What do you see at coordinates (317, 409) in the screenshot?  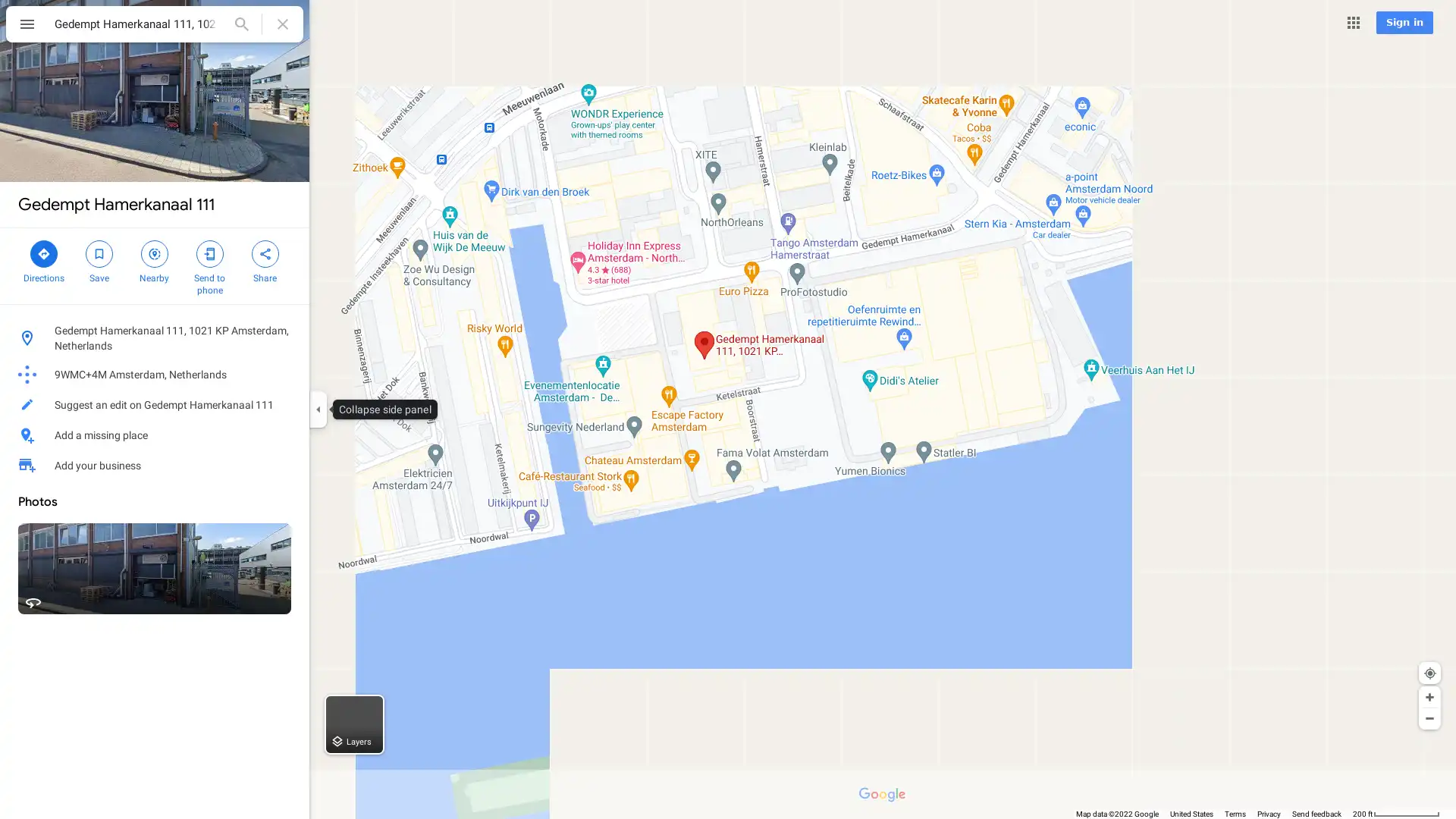 I see `Collapse side panel` at bounding box center [317, 409].